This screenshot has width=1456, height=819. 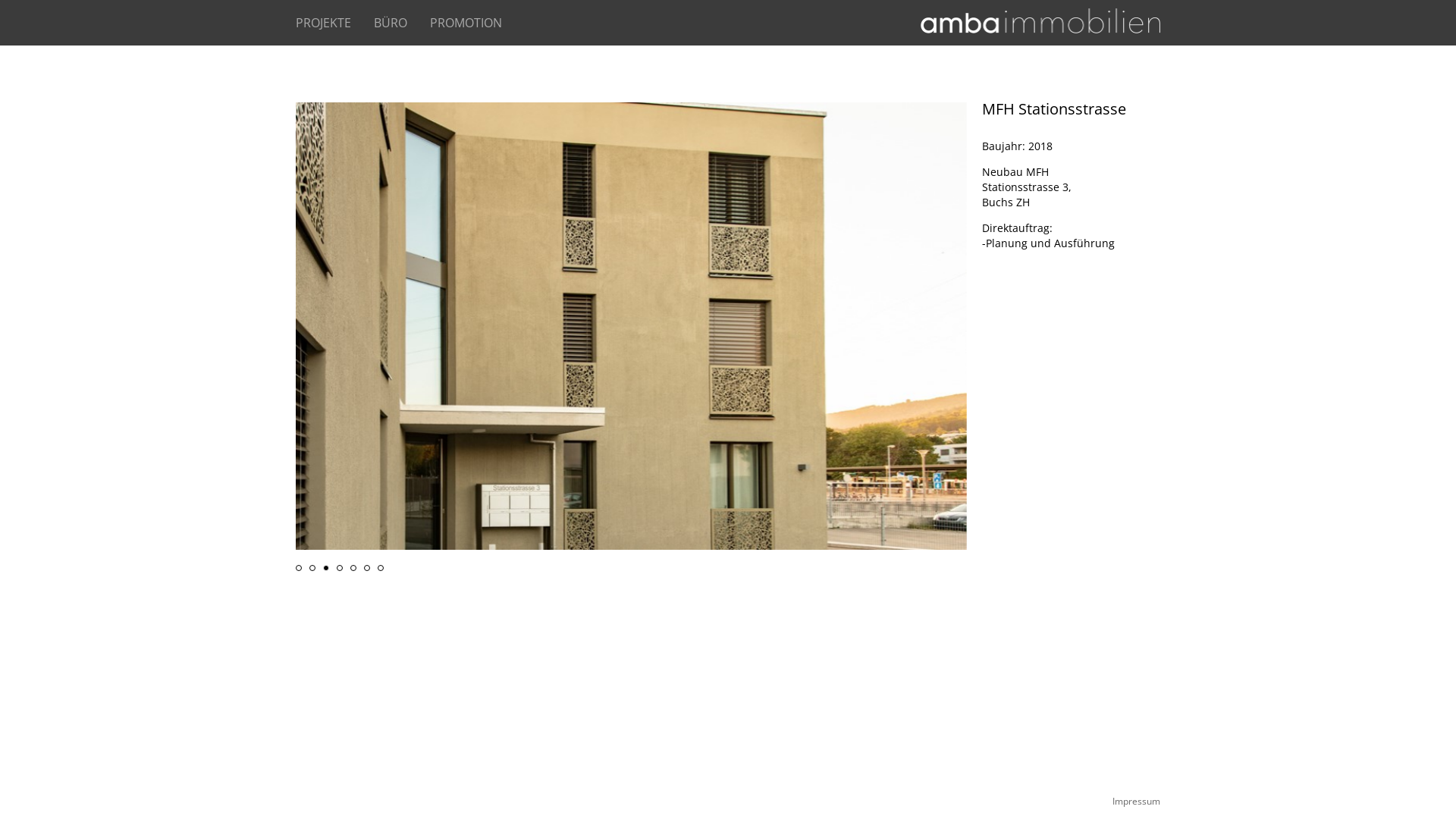 I want to click on 'PROJEKTE', so click(x=334, y=23).